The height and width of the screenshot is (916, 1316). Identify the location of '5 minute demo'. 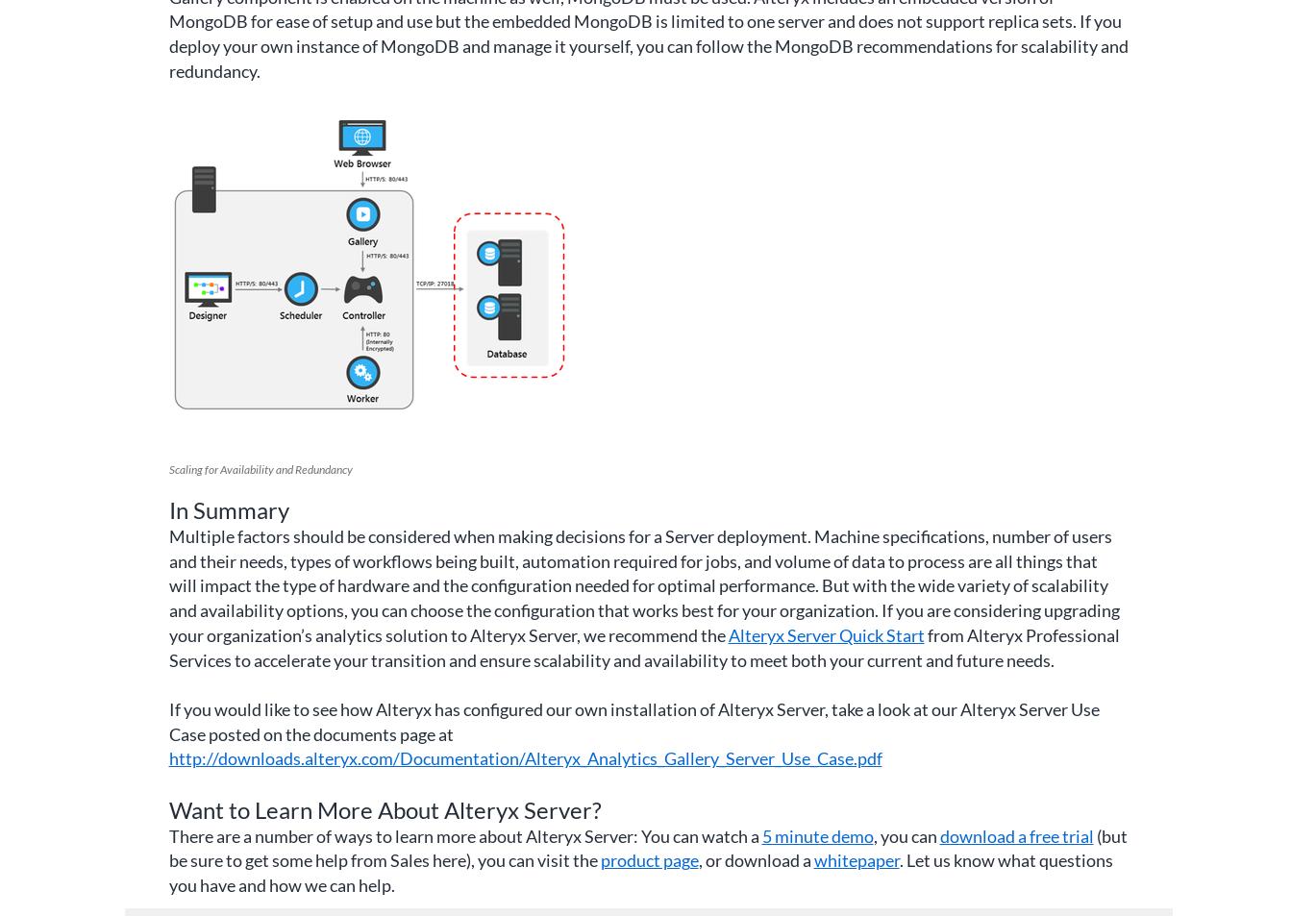
(816, 835).